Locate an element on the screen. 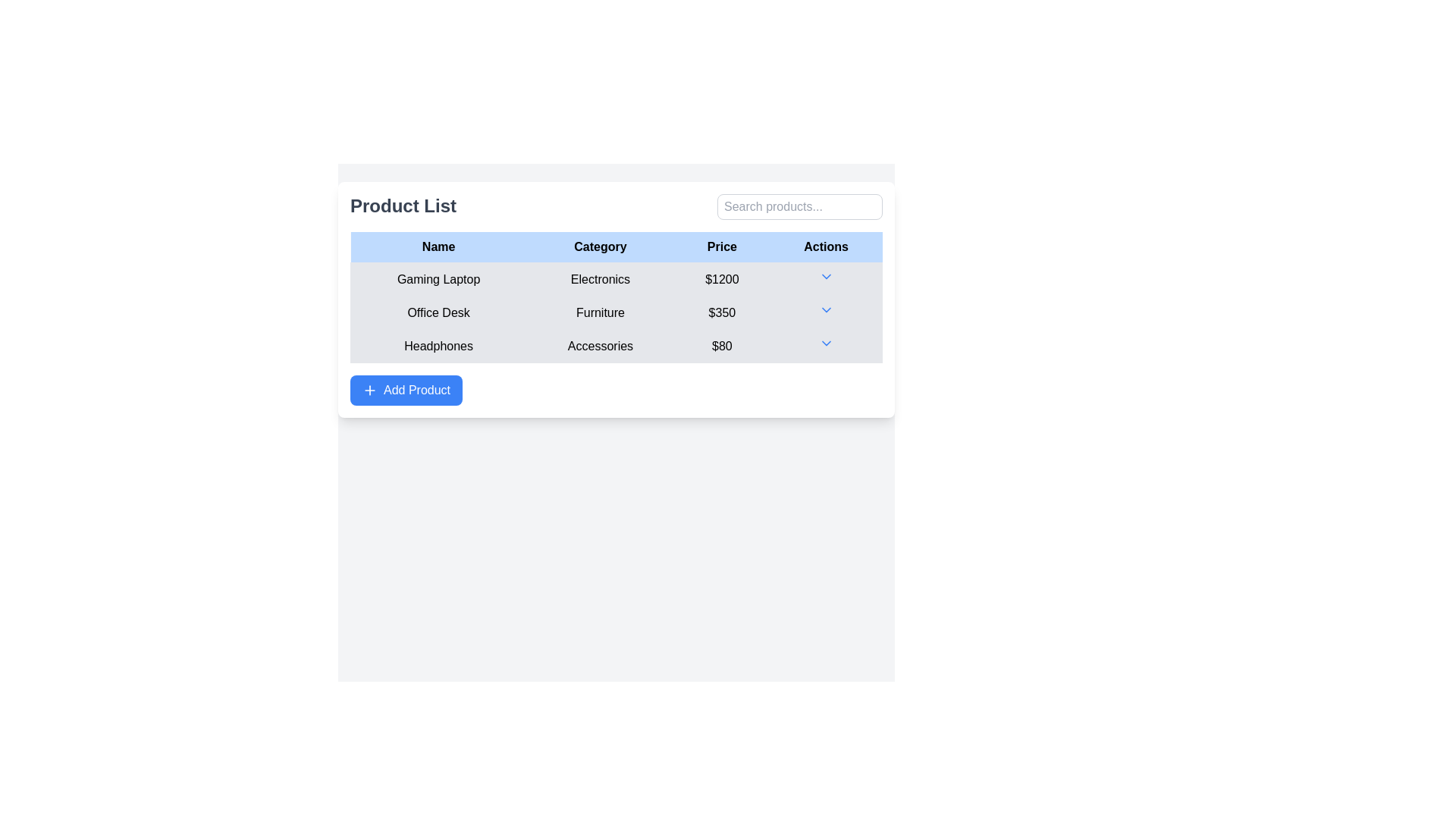 The width and height of the screenshot is (1456, 819). the third row in the table containing 'Headphones', 'Accessories', and '$80' for further actions like editing or deleting is located at coordinates (616, 346).